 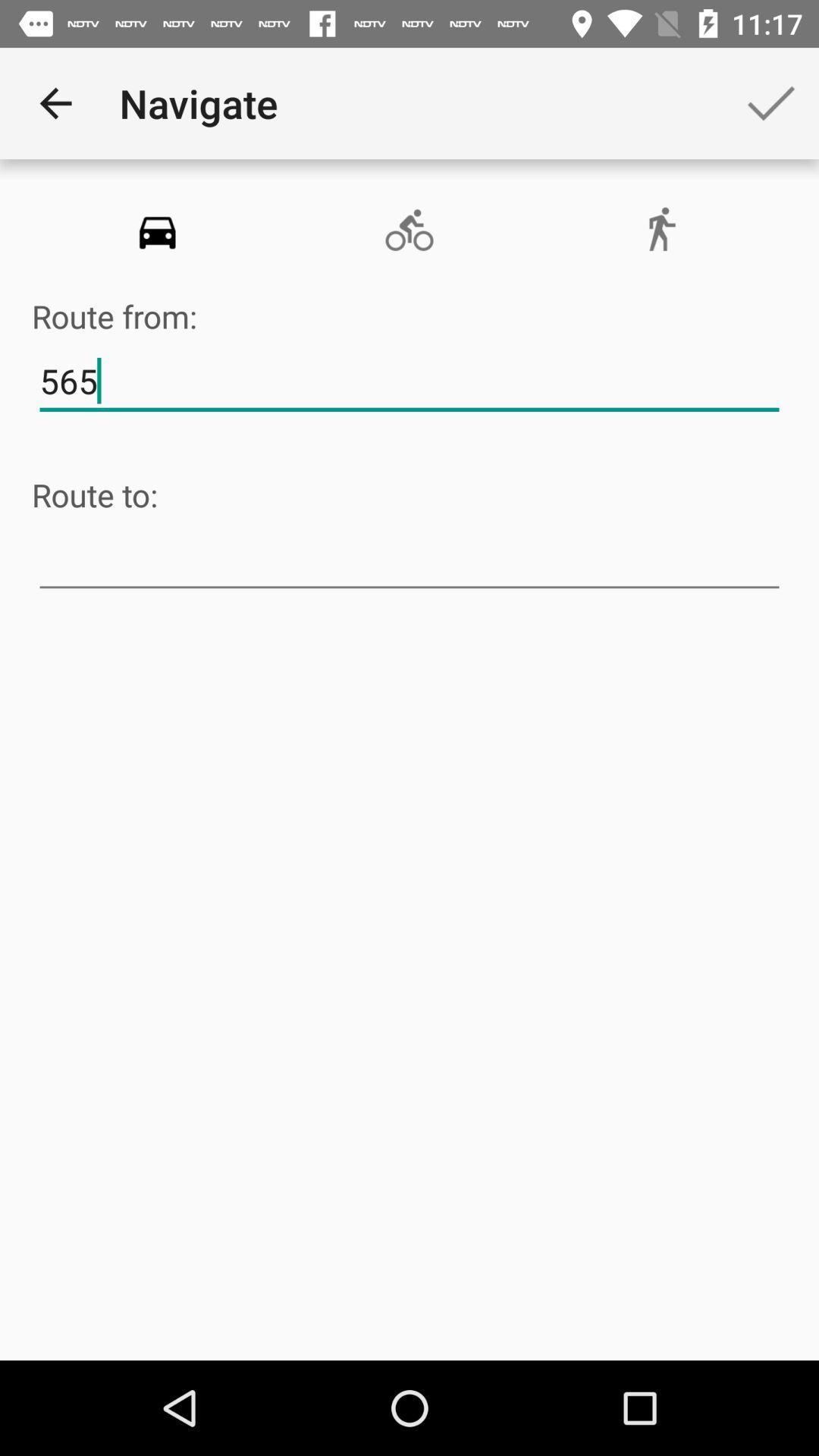 What do you see at coordinates (408, 230) in the screenshot?
I see `the avatar icon` at bounding box center [408, 230].